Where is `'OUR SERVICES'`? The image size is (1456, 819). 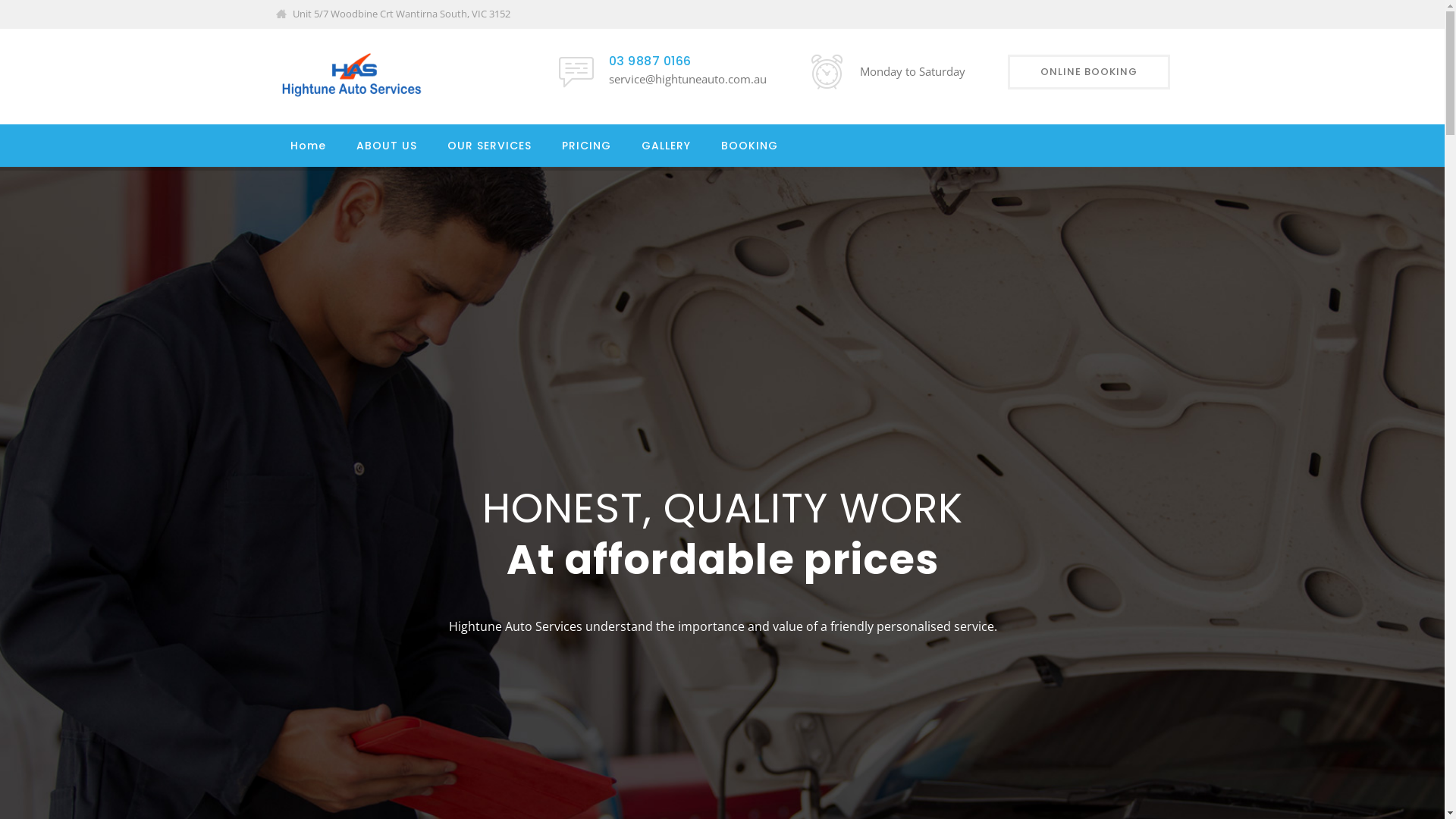 'OUR SERVICES' is located at coordinates (489, 146).